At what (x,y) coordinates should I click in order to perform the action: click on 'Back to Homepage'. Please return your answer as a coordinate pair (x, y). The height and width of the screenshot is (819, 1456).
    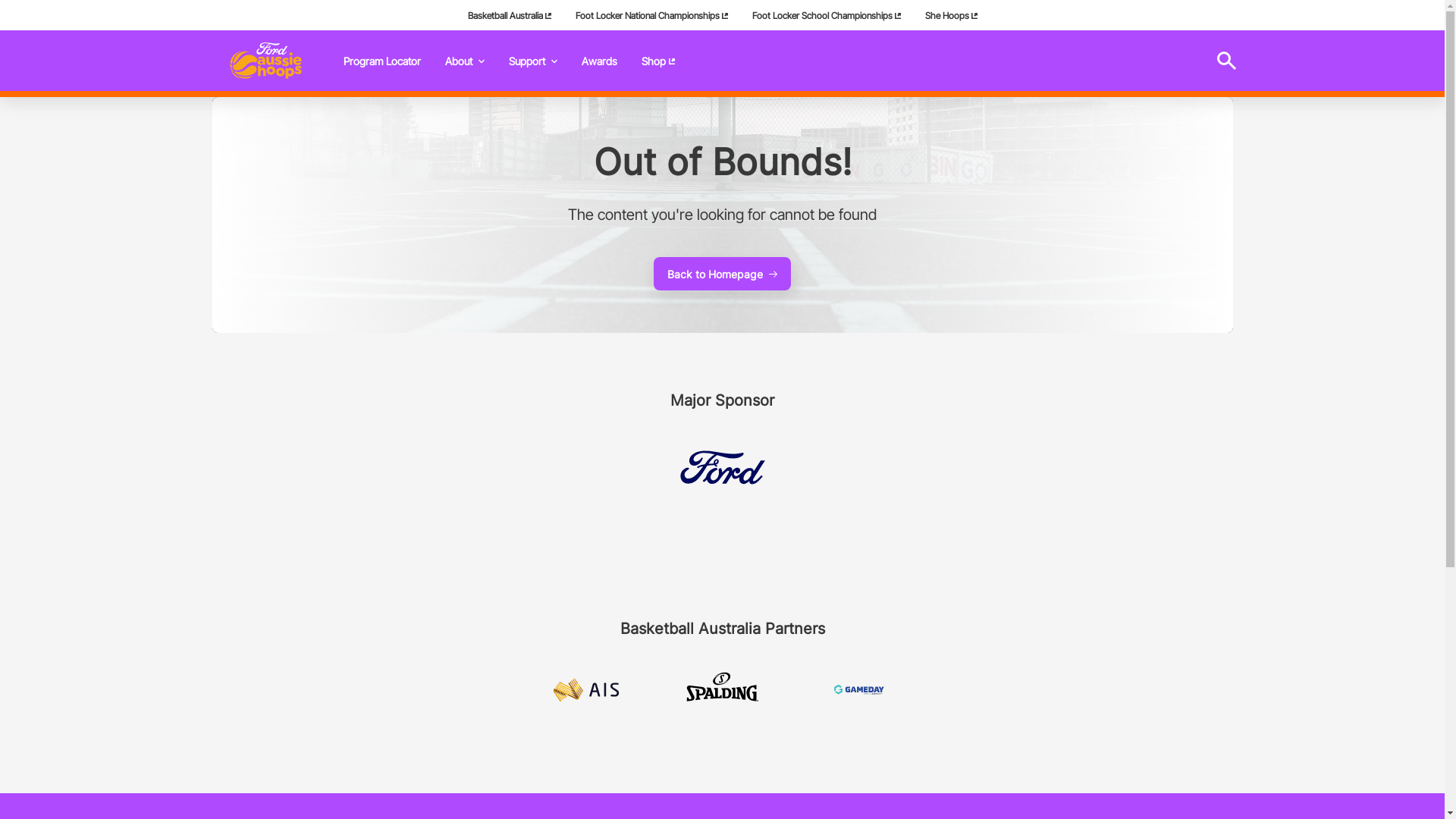
    Looking at the image, I should click on (721, 274).